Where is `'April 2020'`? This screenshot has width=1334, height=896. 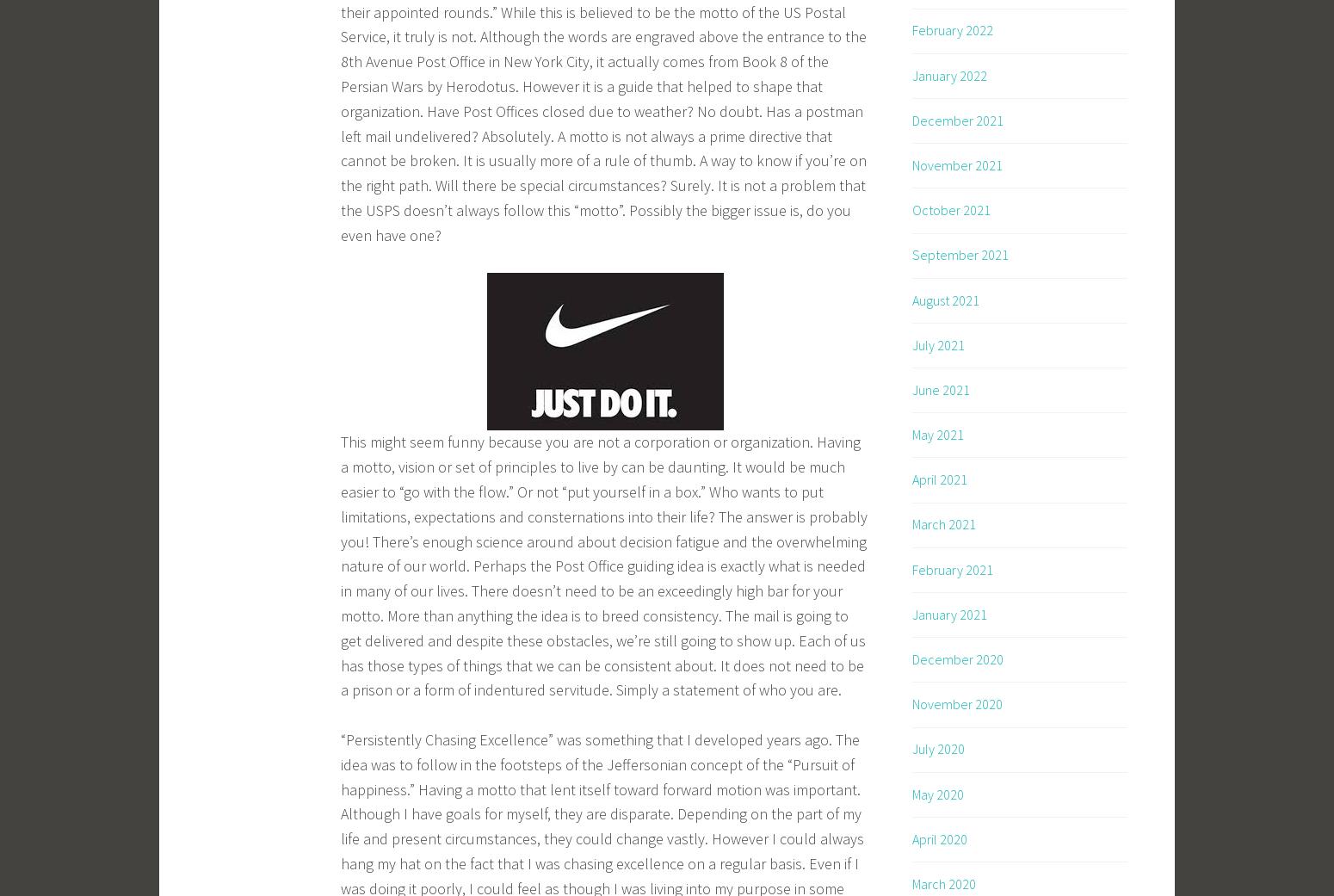
'April 2020' is located at coordinates (938, 837).